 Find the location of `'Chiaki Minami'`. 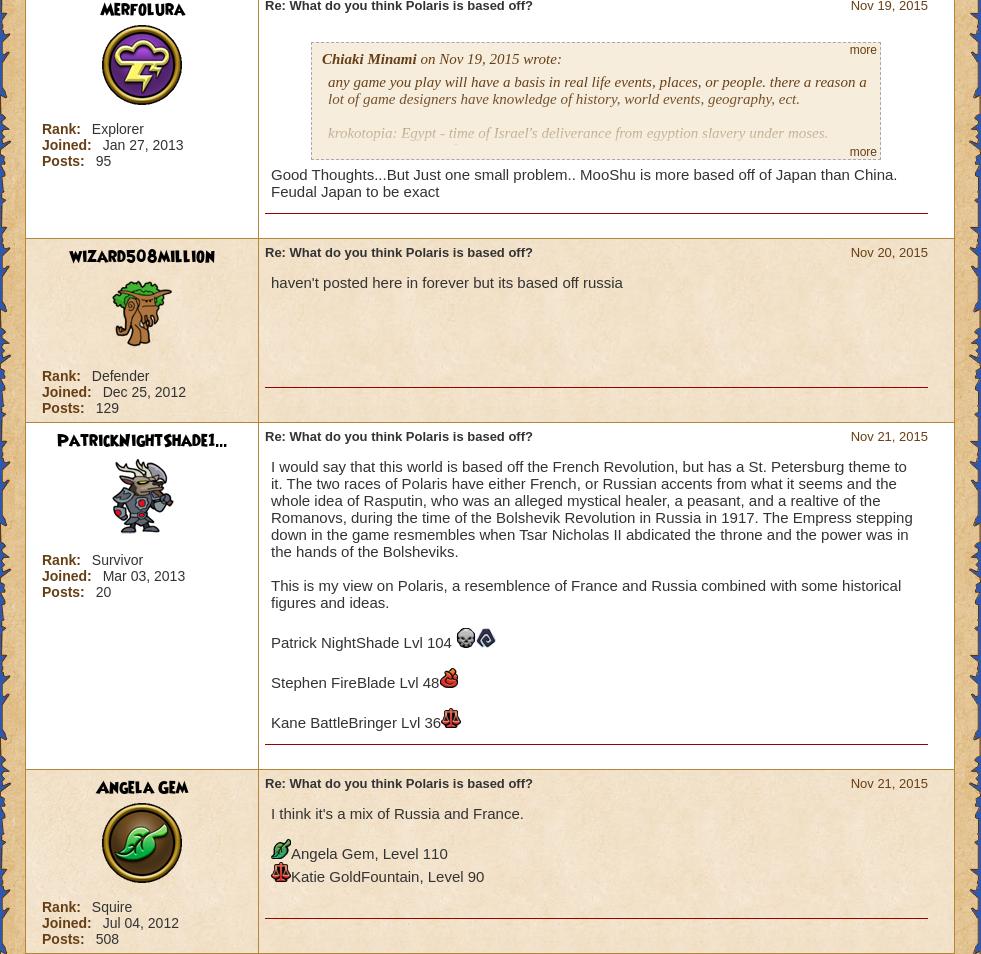

'Chiaki Minami' is located at coordinates (367, 57).